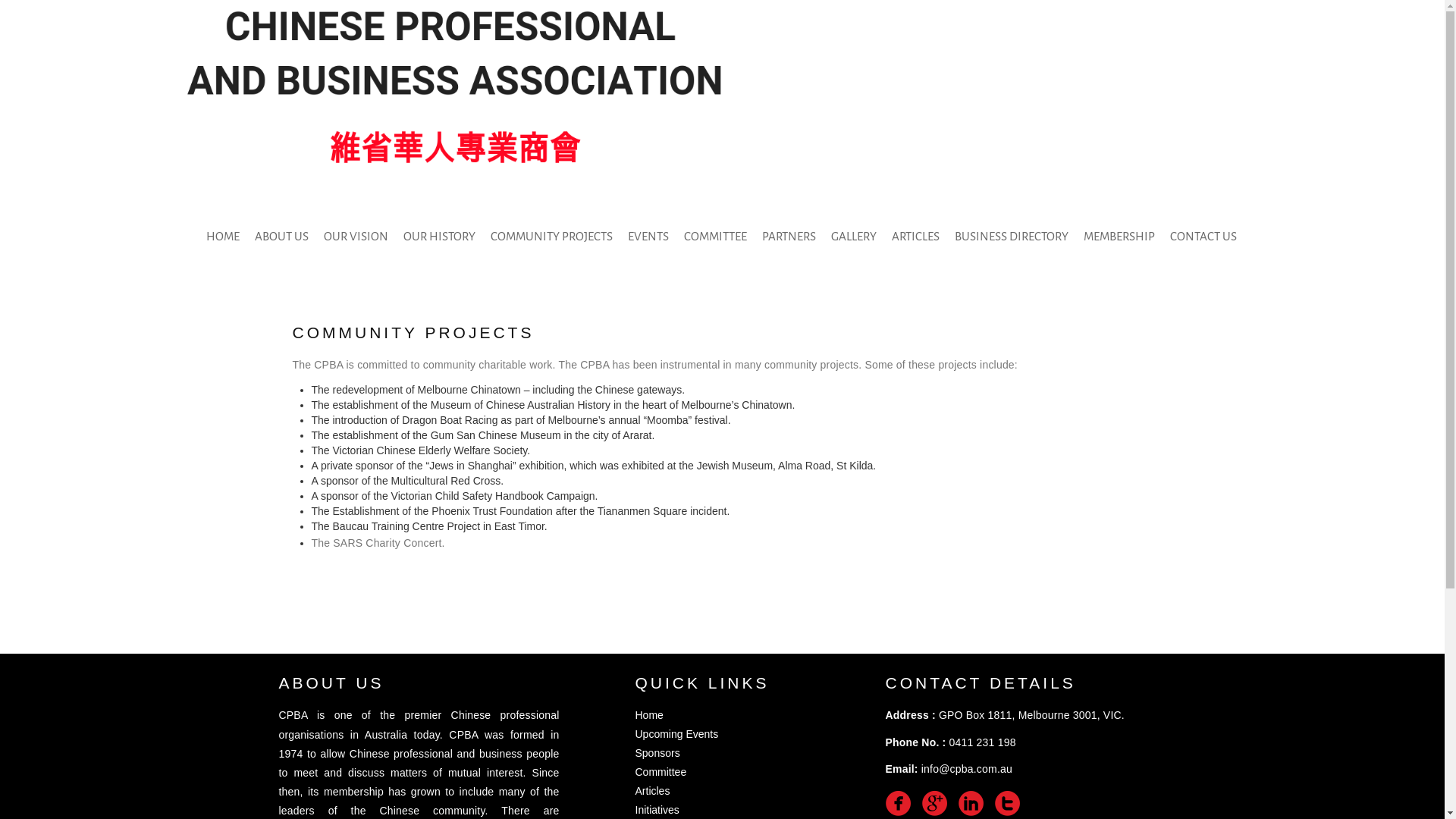 This screenshot has height=819, width=1456. What do you see at coordinates (648, 237) in the screenshot?
I see `'EVENTS'` at bounding box center [648, 237].